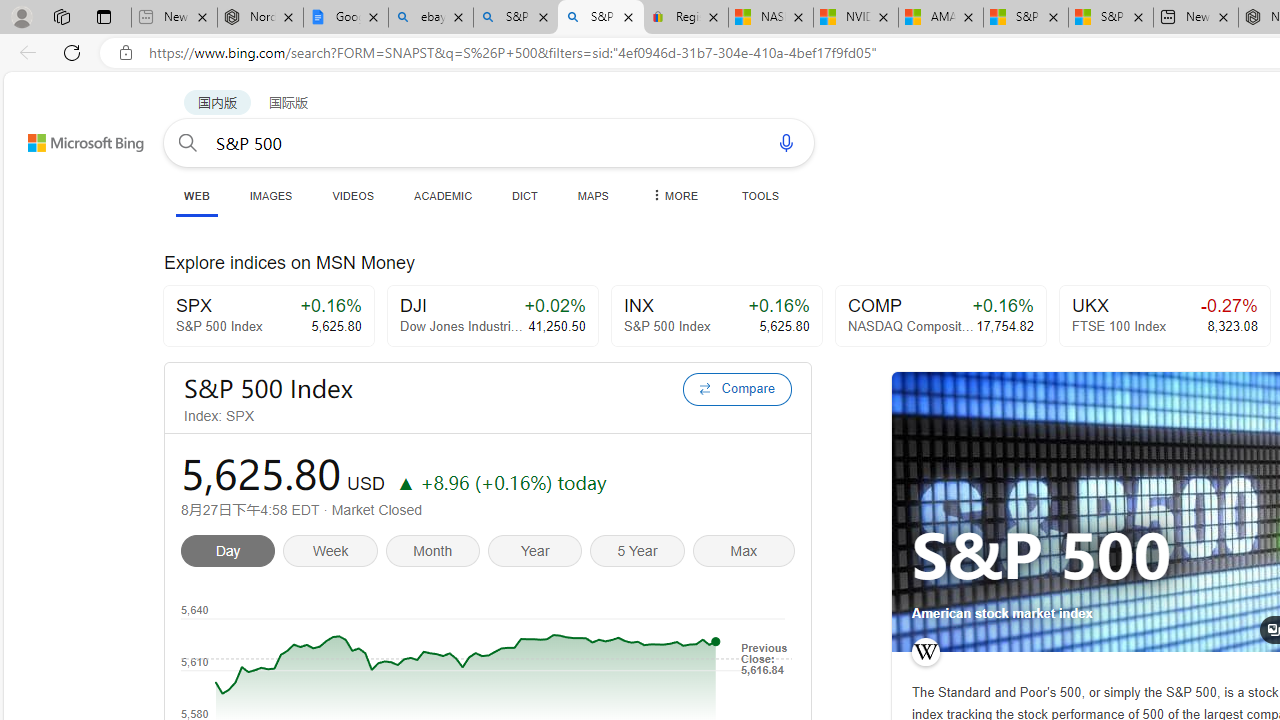 The height and width of the screenshot is (720, 1280). I want to click on 'WEB', so click(197, 197).